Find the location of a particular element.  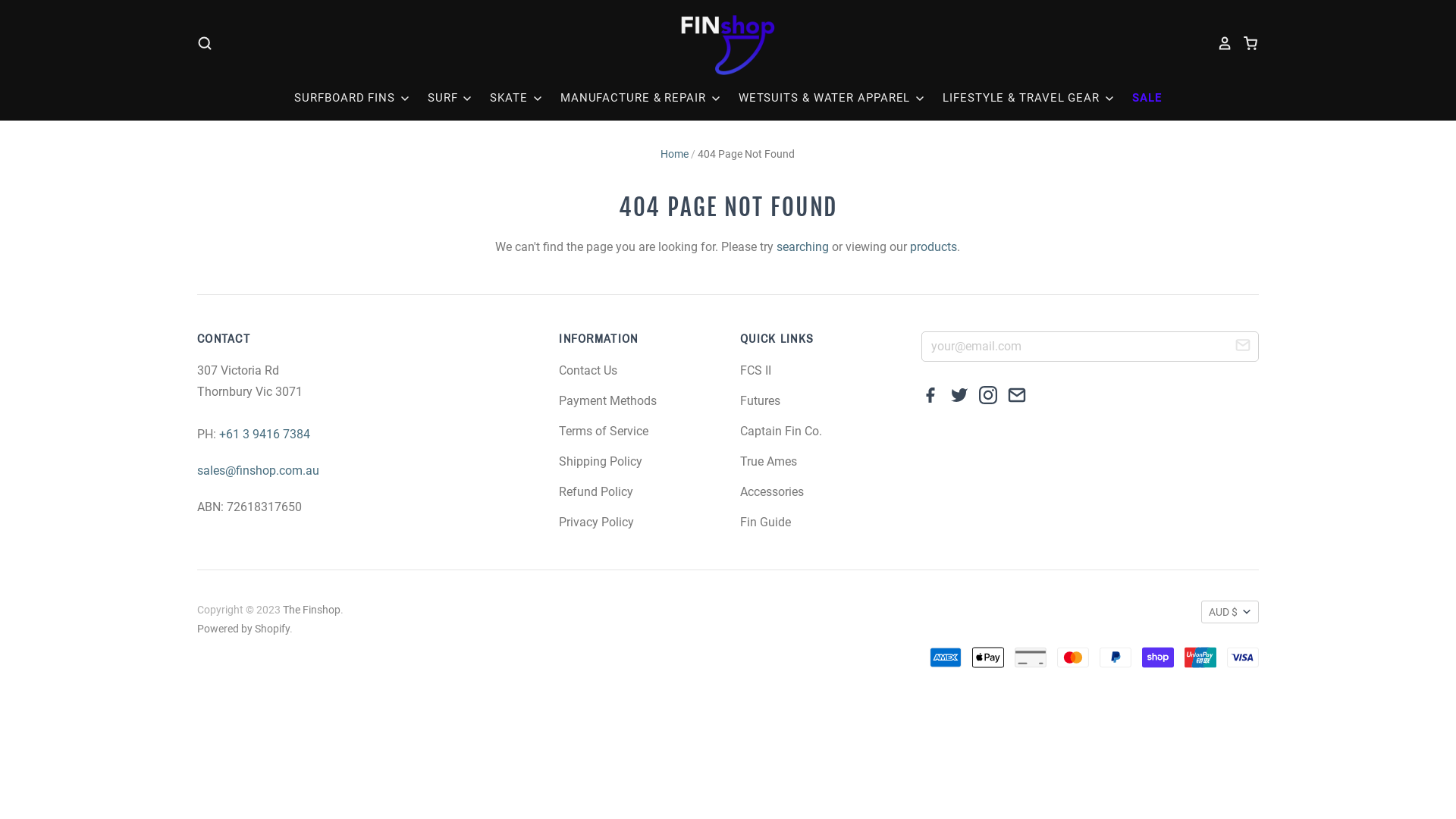

'Powered by Shopify' is located at coordinates (196, 629).